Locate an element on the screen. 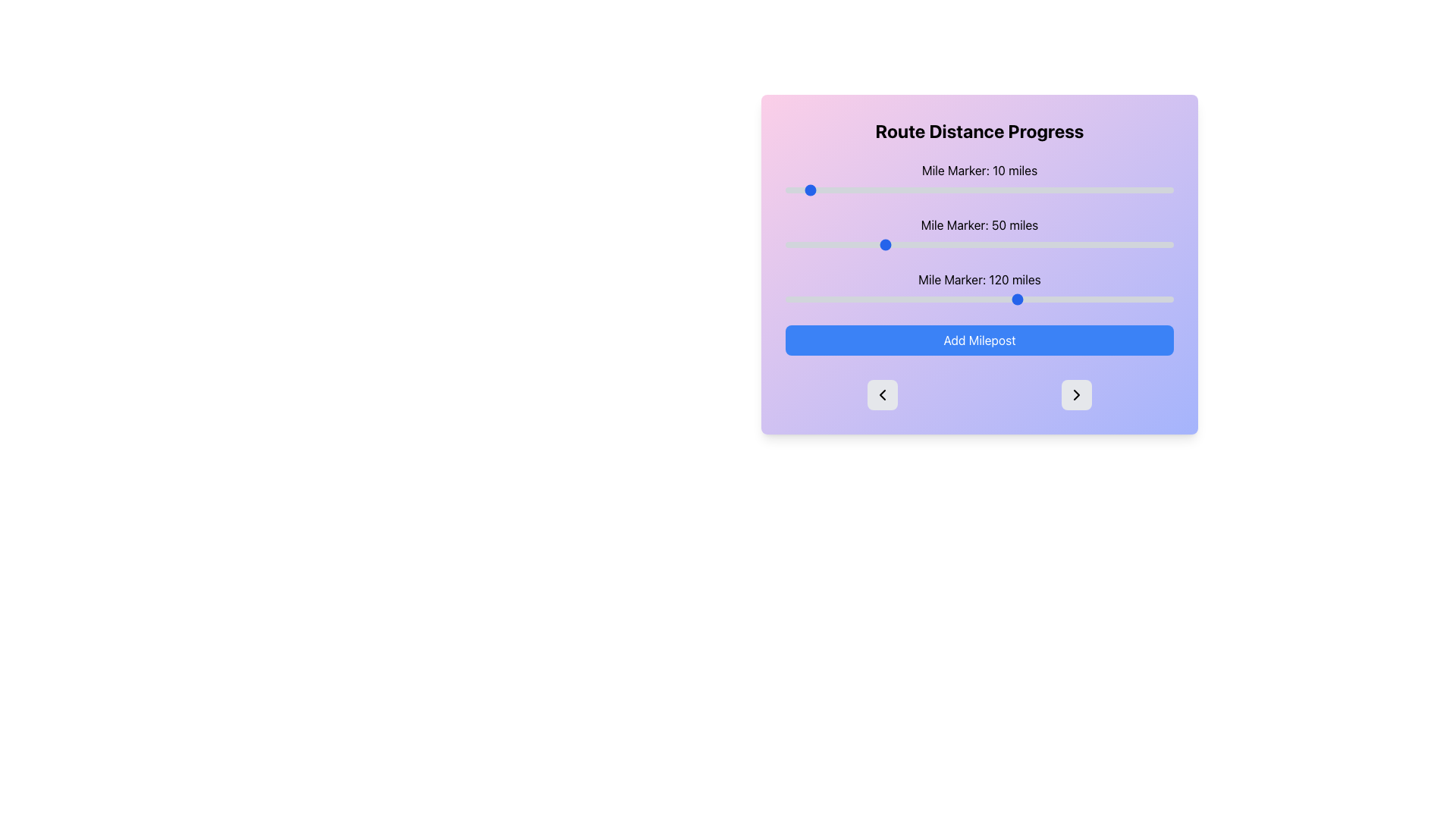 The height and width of the screenshot is (819, 1456). the mile marker is located at coordinates (1018, 299).